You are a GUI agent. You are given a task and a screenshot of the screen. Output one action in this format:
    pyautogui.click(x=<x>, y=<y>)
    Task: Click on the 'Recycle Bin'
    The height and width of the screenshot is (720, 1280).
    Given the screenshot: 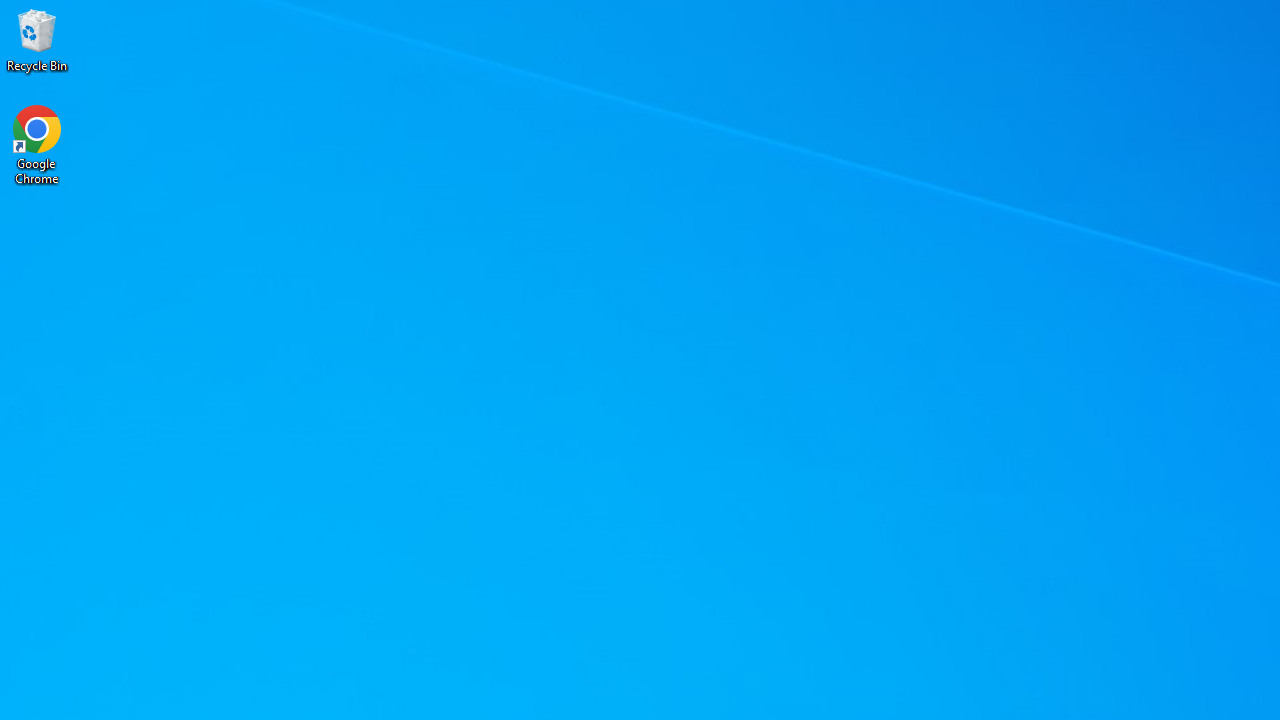 What is the action you would take?
    pyautogui.click(x=37, y=39)
    